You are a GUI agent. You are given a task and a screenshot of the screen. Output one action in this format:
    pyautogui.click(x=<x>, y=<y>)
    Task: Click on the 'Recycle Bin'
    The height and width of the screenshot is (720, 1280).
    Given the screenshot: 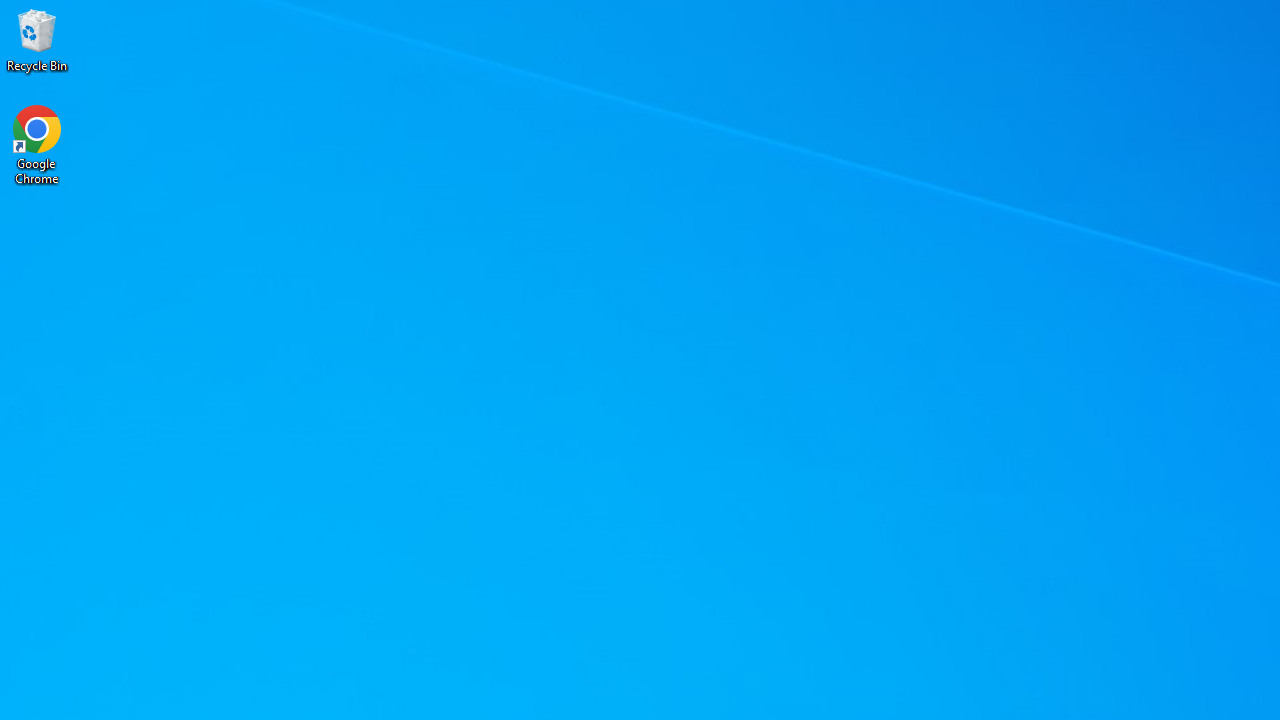 What is the action you would take?
    pyautogui.click(x=37, y=39)
    